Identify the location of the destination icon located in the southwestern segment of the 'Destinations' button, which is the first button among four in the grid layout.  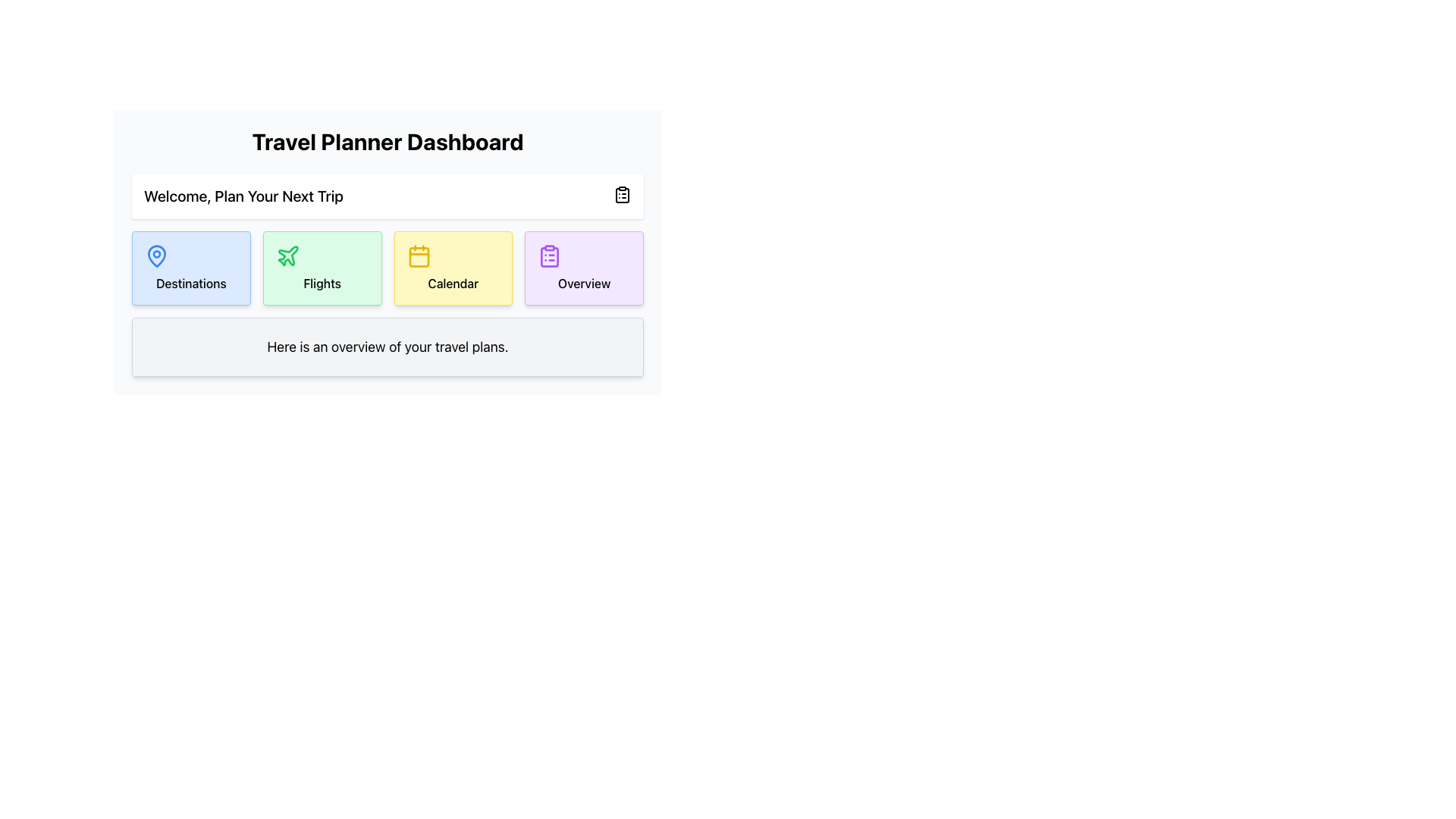
(156, 256).